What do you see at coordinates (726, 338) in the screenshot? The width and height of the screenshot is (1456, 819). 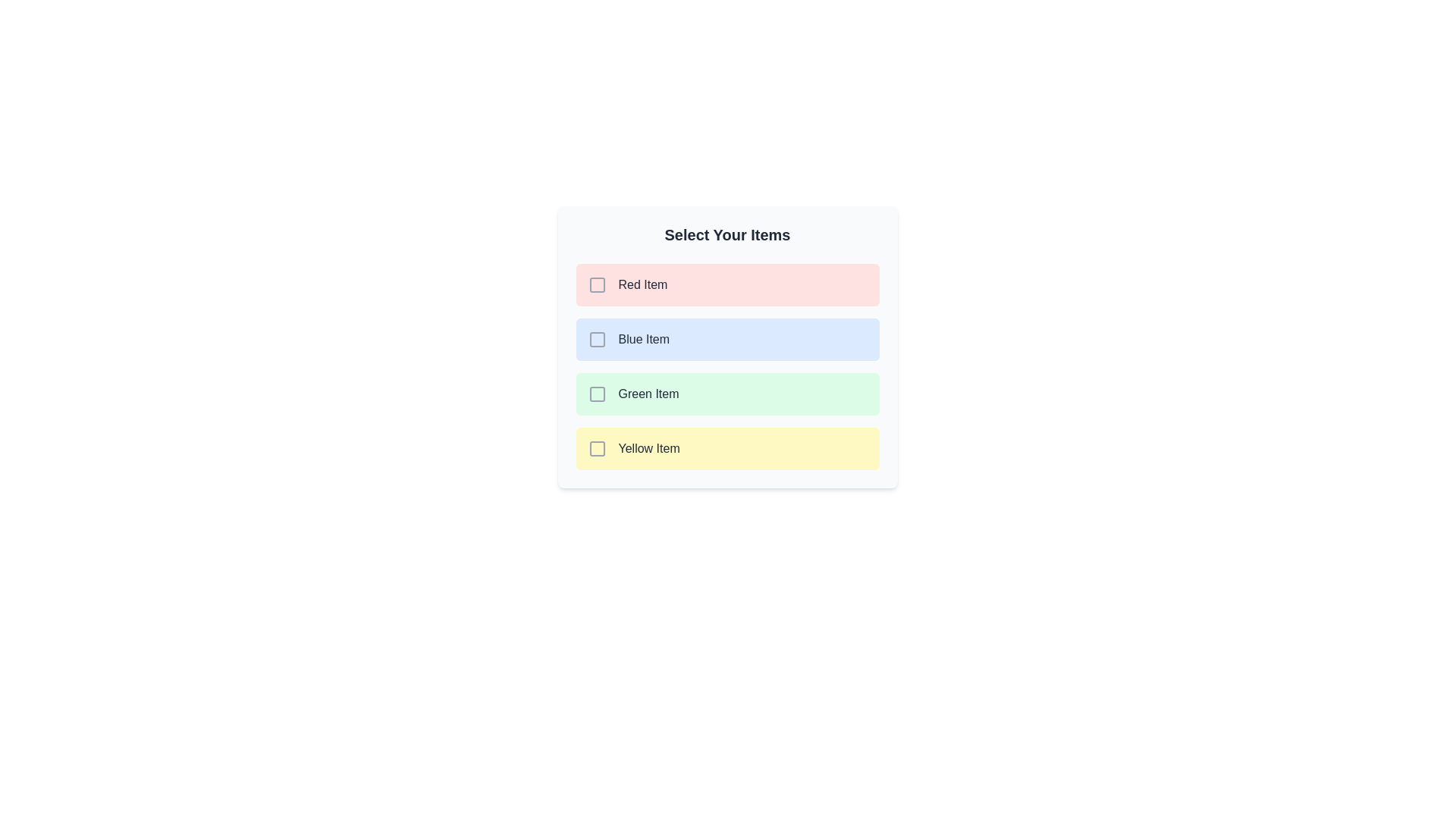 I see `the item Blue Item` at bounding box center [726, 338].